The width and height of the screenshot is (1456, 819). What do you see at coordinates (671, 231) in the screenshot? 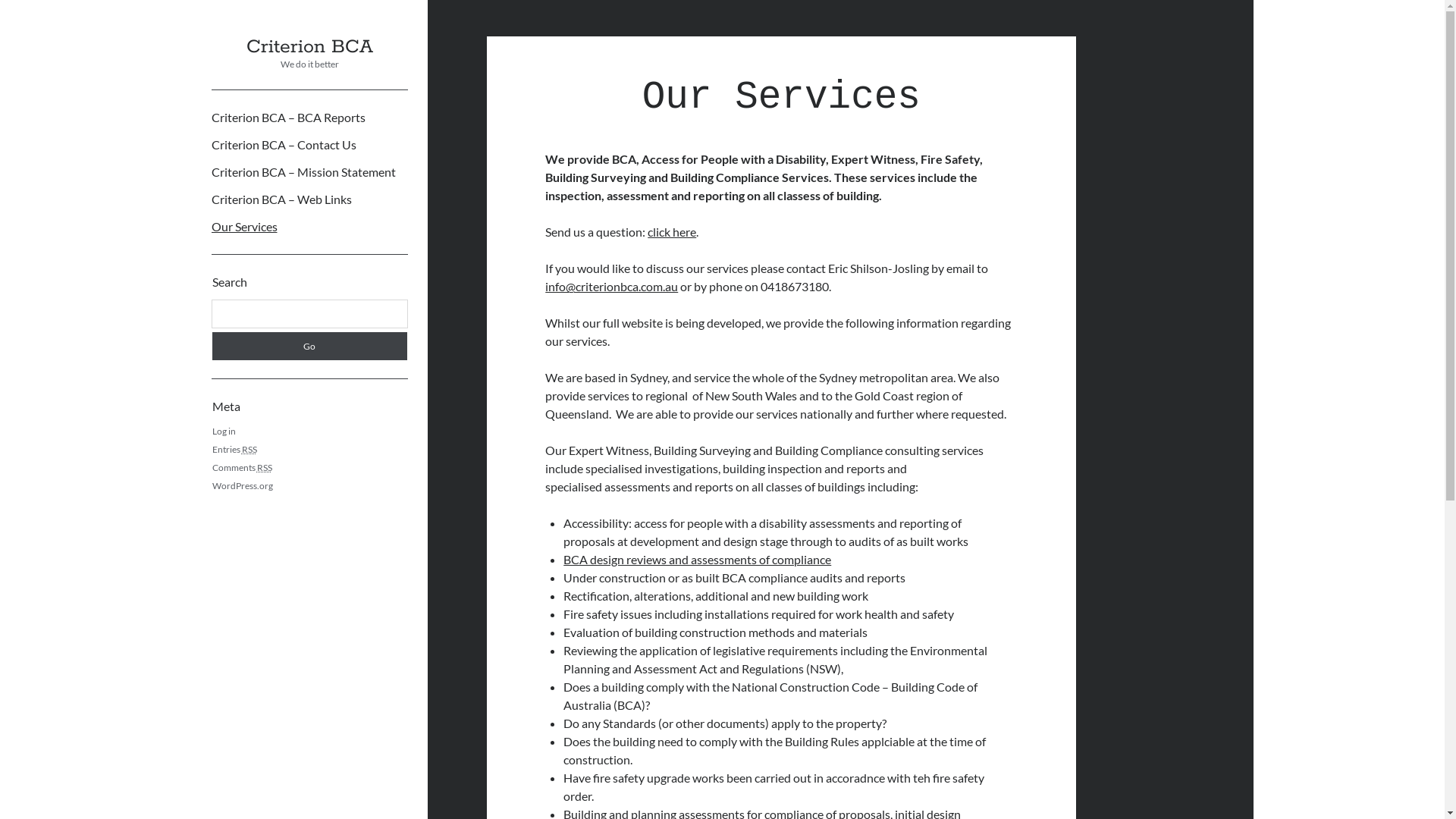
I see `'click here'` at bounding box center [671, 231].